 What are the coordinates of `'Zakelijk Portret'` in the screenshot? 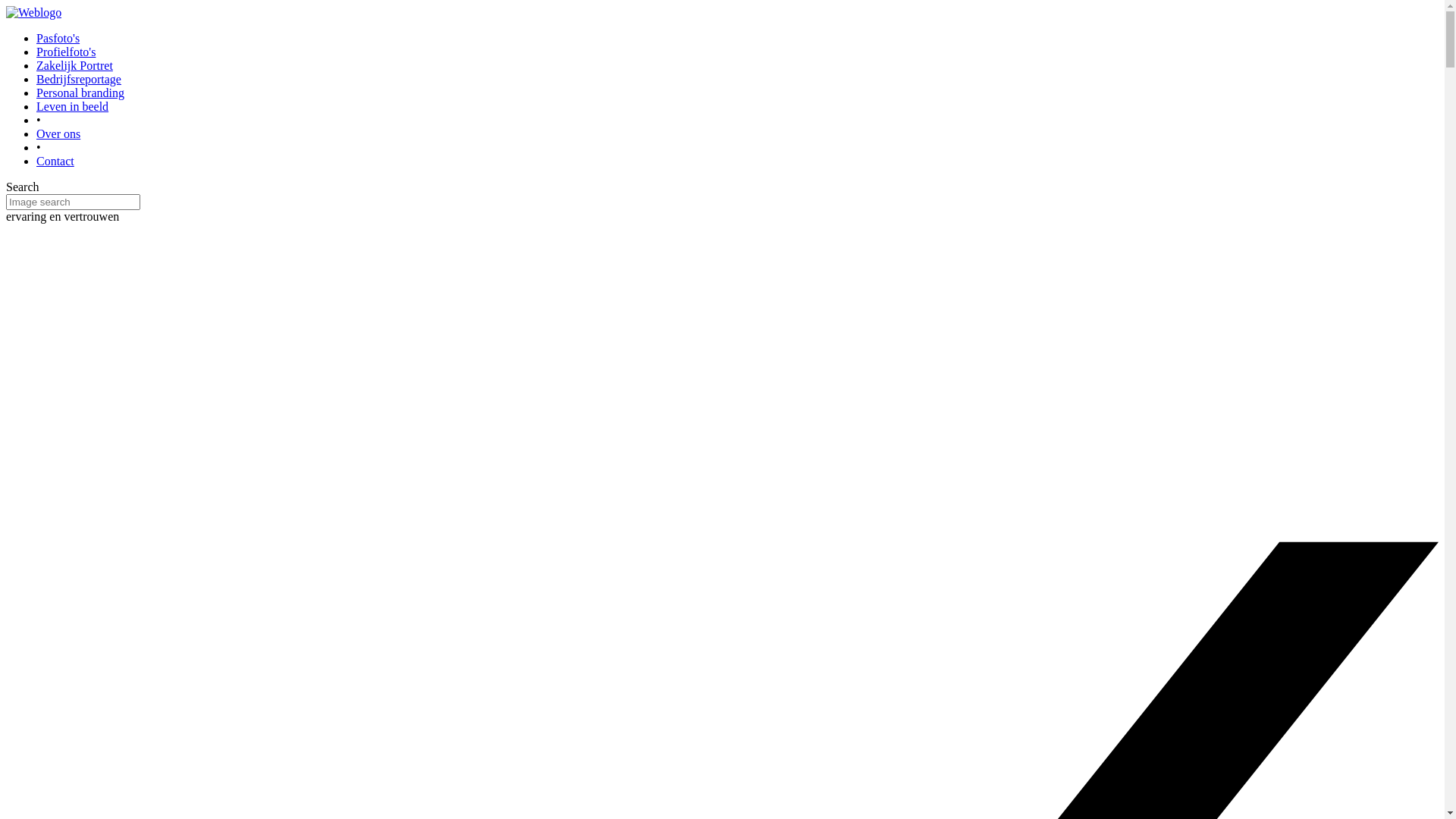 It's located at (74, 64).